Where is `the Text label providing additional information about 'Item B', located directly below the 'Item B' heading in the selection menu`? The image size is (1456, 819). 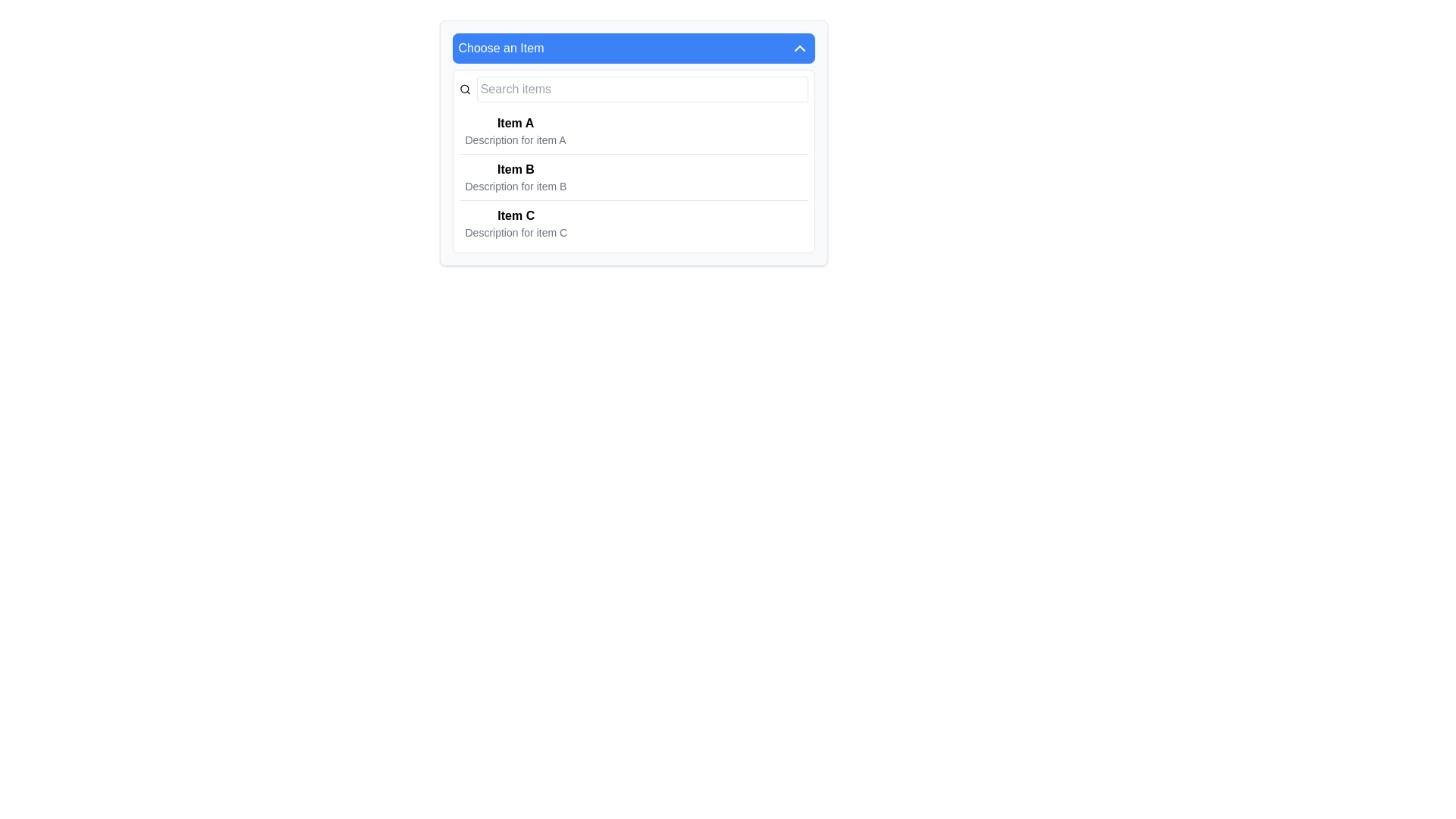 the Text label providing additional information about 'Item B', located directly below the 'Item B' heading in the selection menu is located at coordinates (516, 186).